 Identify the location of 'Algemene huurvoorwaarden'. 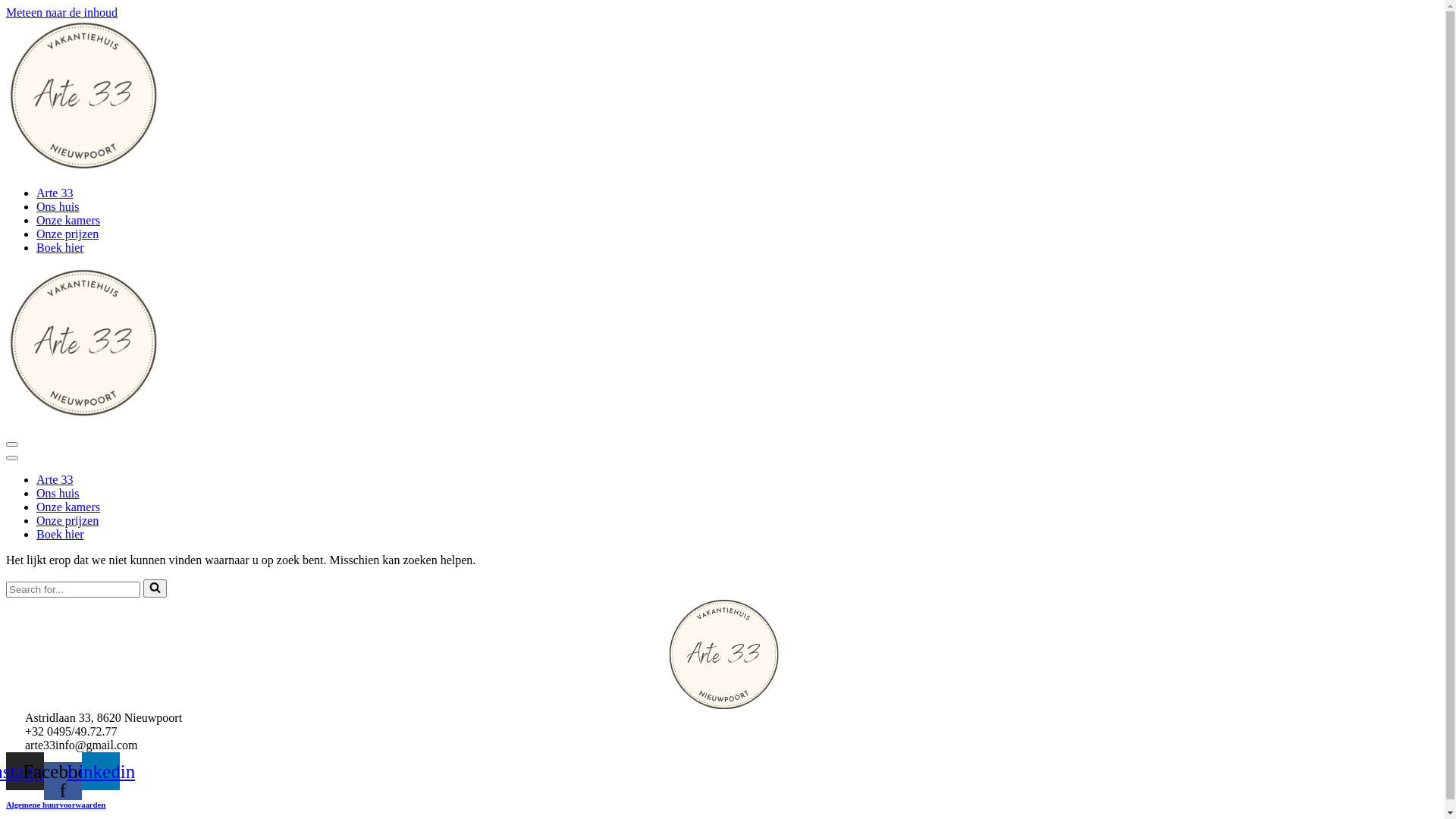
(55, 803).